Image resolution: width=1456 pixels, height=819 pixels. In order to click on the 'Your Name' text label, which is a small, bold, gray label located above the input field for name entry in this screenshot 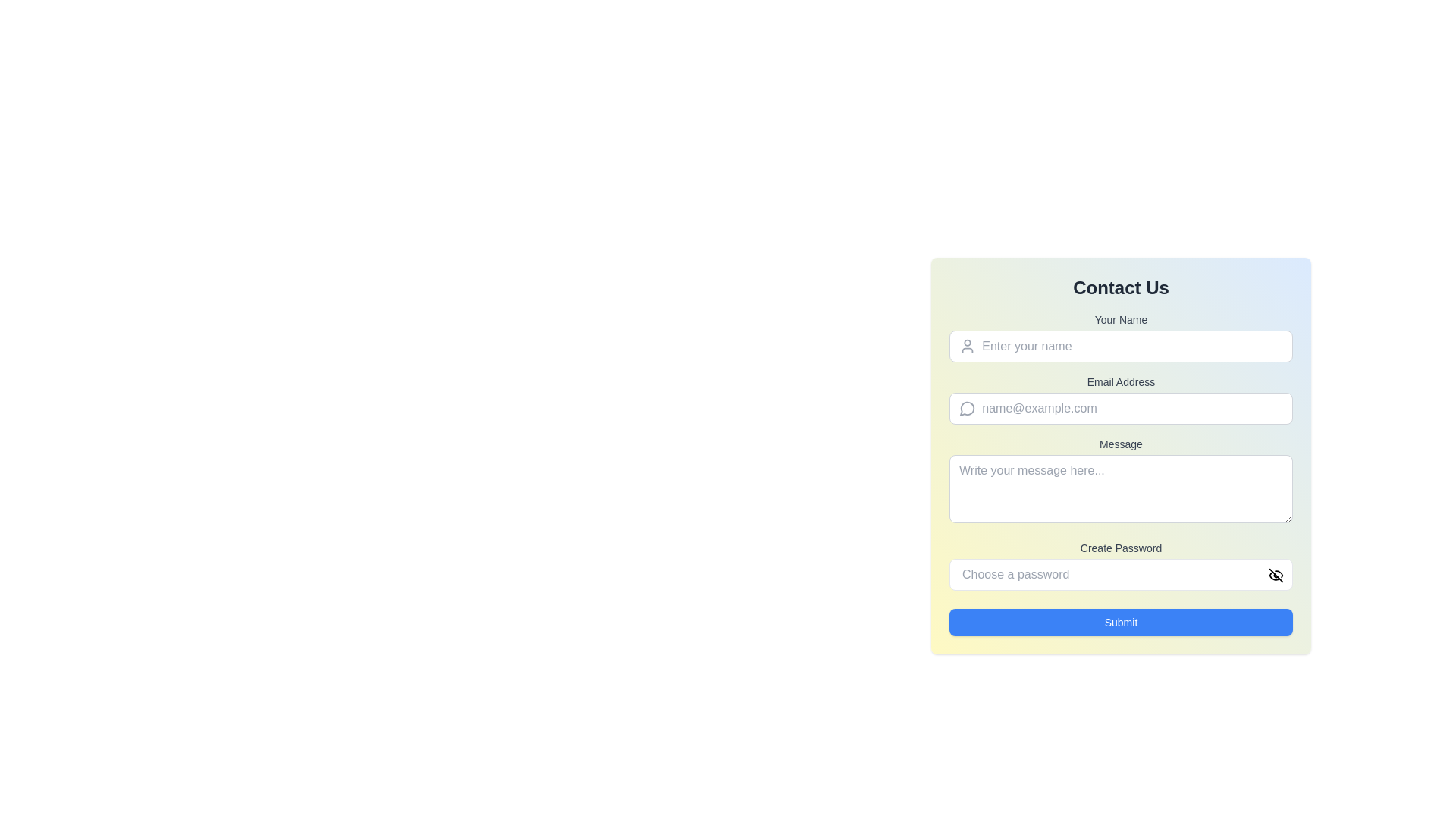, I will do `click(1121, 318)`.